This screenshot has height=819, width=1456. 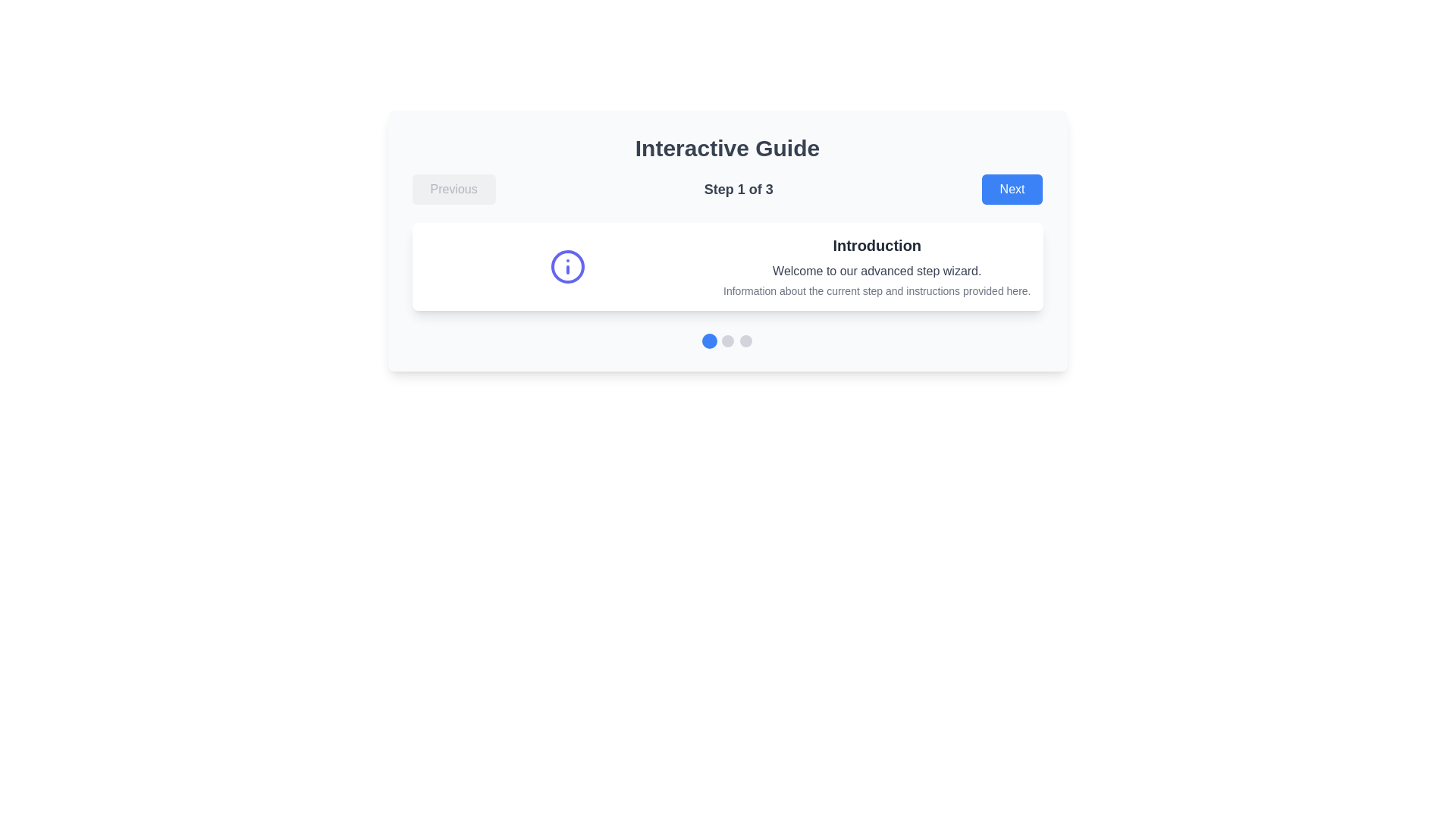 I want to click on the disabled 'Previous' button, which is the first in a horizontal group of three elements, indicating navigation to the previous step is currently not possible, so click(x=453, y=189).